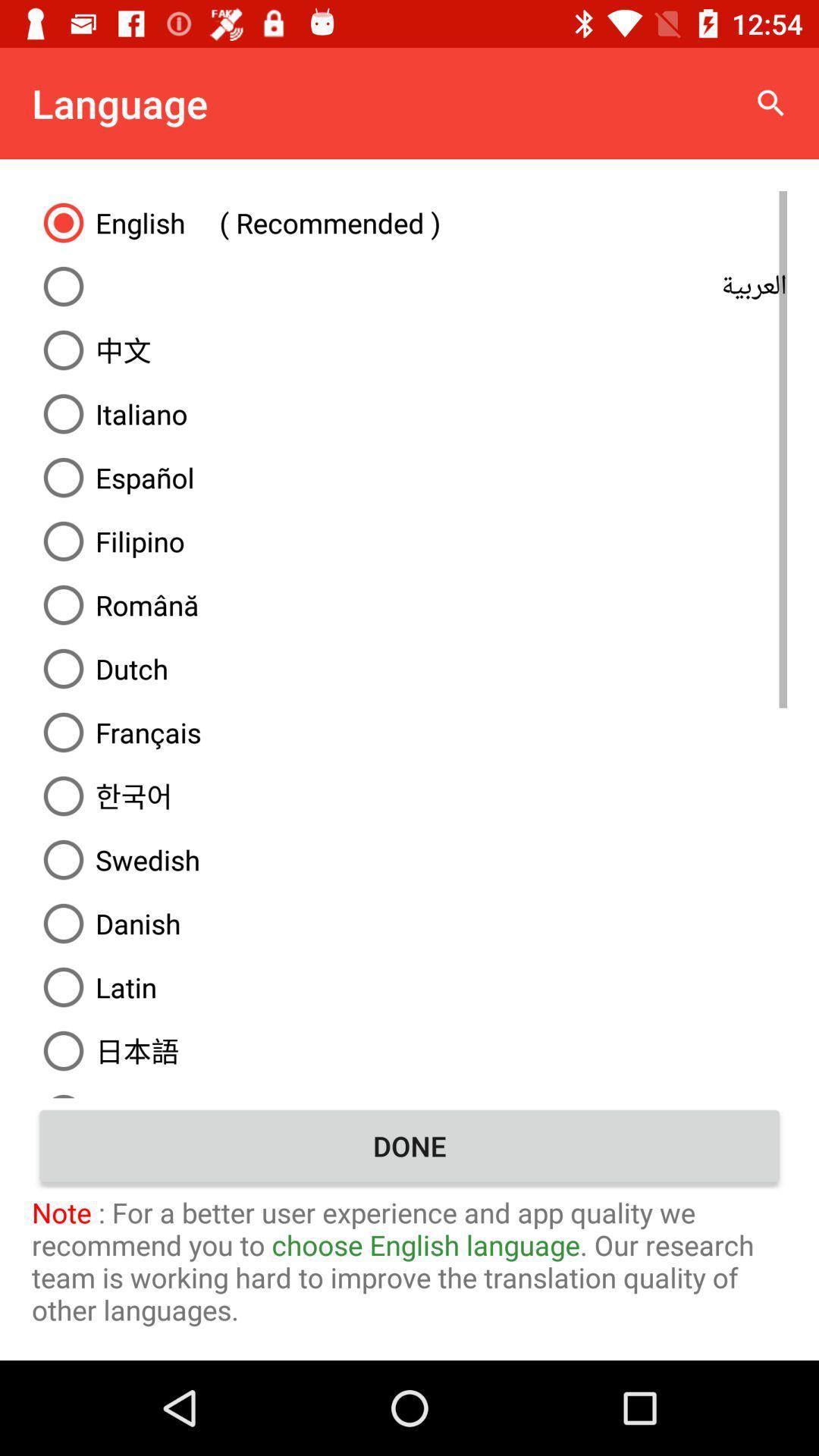  Describe the element at coordinates (409, 221) in the screenshot. I see `the english     ( recommended ) item` at that location.